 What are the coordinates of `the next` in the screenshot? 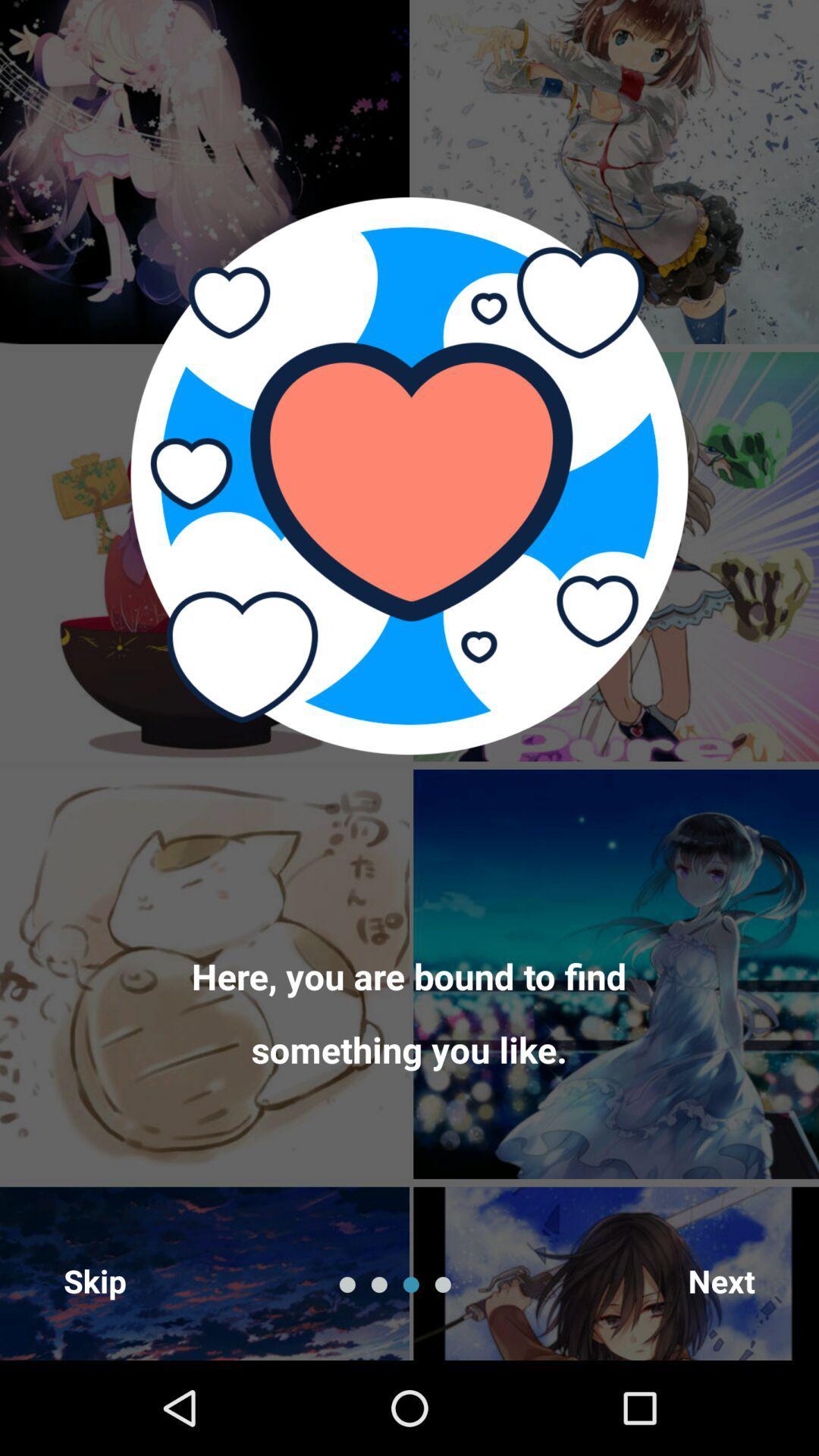 It's located at (720, 1280).